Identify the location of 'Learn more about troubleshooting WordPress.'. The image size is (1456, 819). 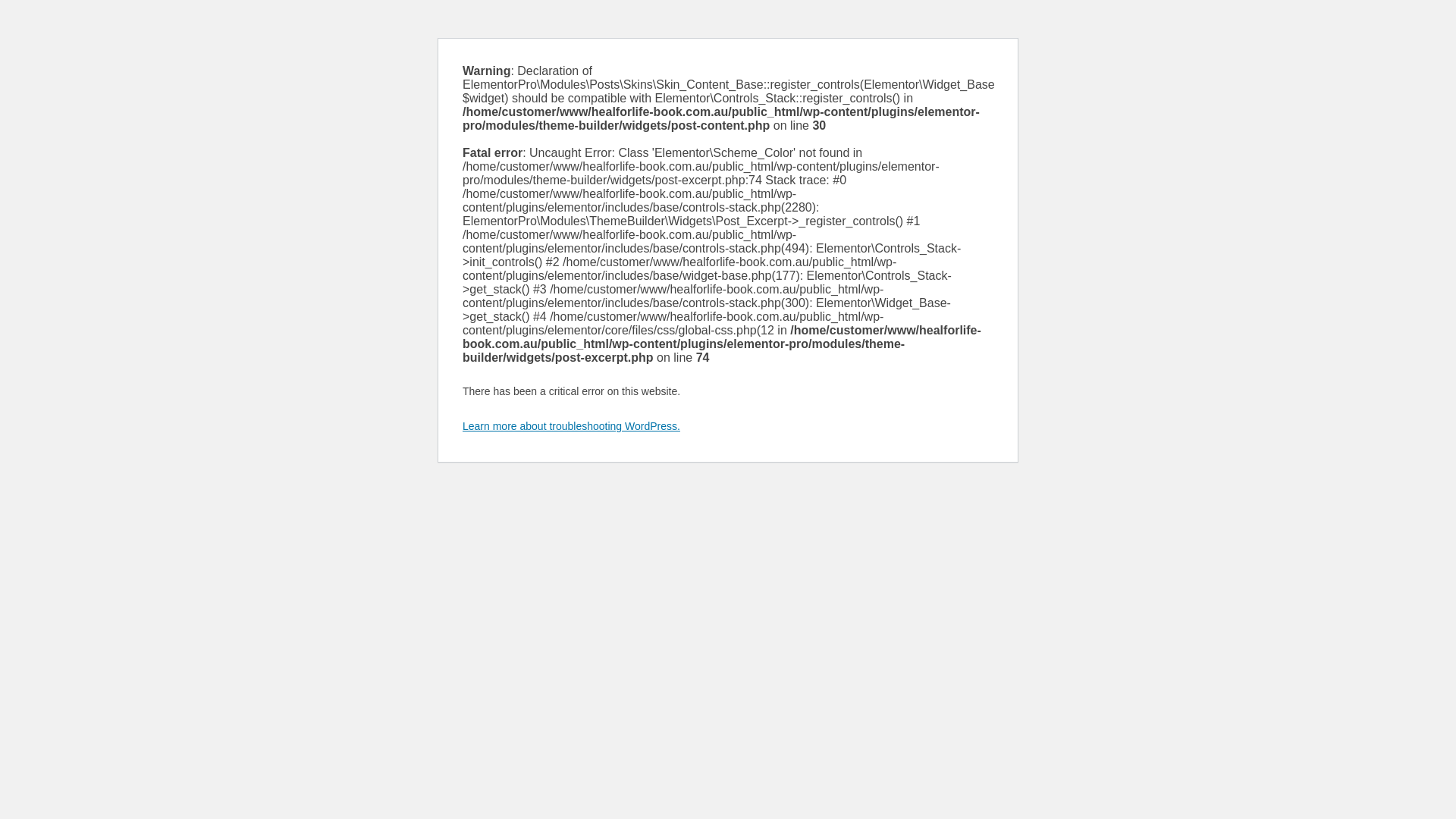
(570, 426).